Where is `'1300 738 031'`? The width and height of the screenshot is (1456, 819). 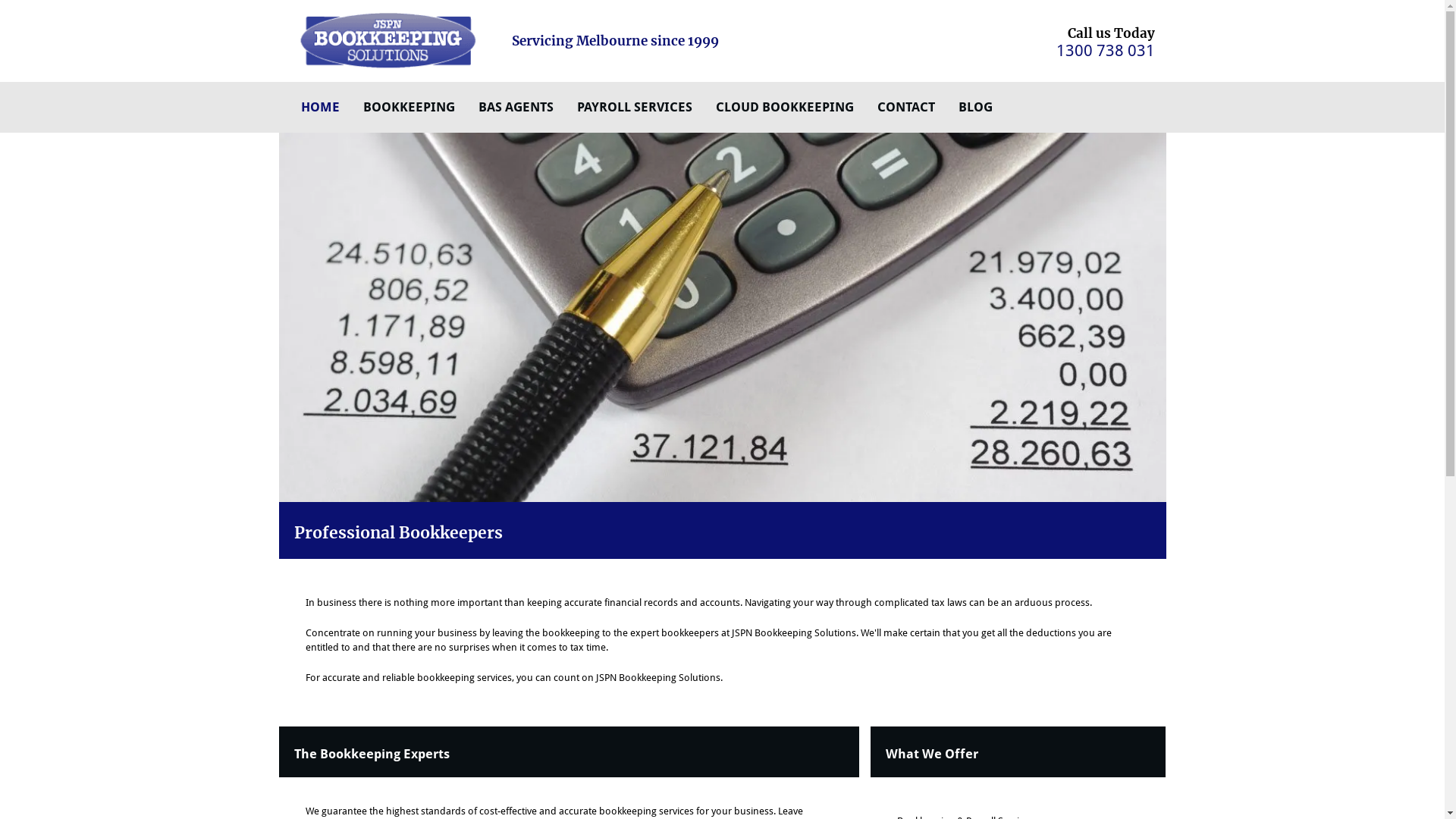
'1300 738 031' is located at coordinates (1105, 49).